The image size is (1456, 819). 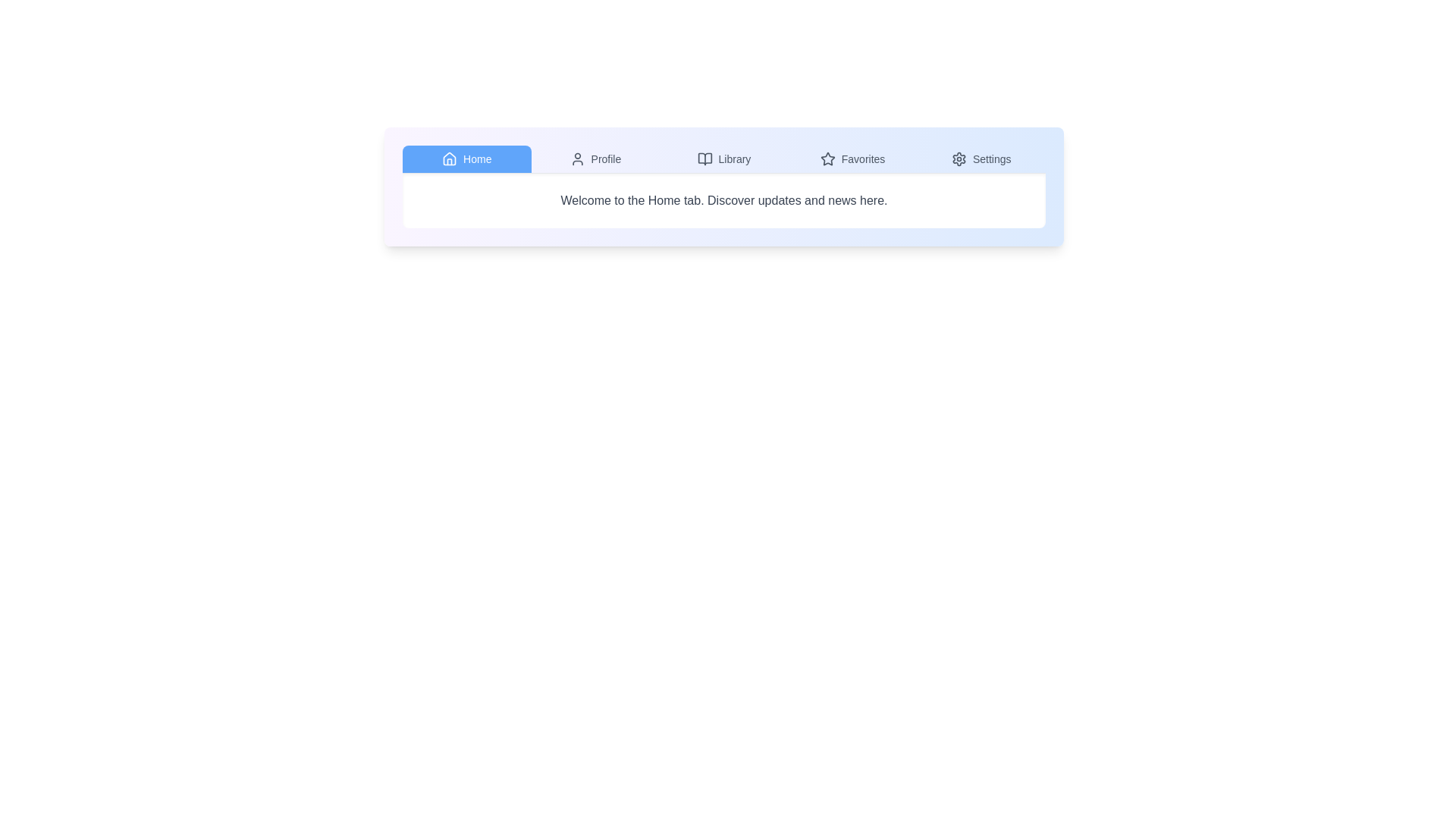 I want to click on the 'Settings' button, which features a cogwheel icon and is the last item in the navigation bar, so click(x=981, y=158).